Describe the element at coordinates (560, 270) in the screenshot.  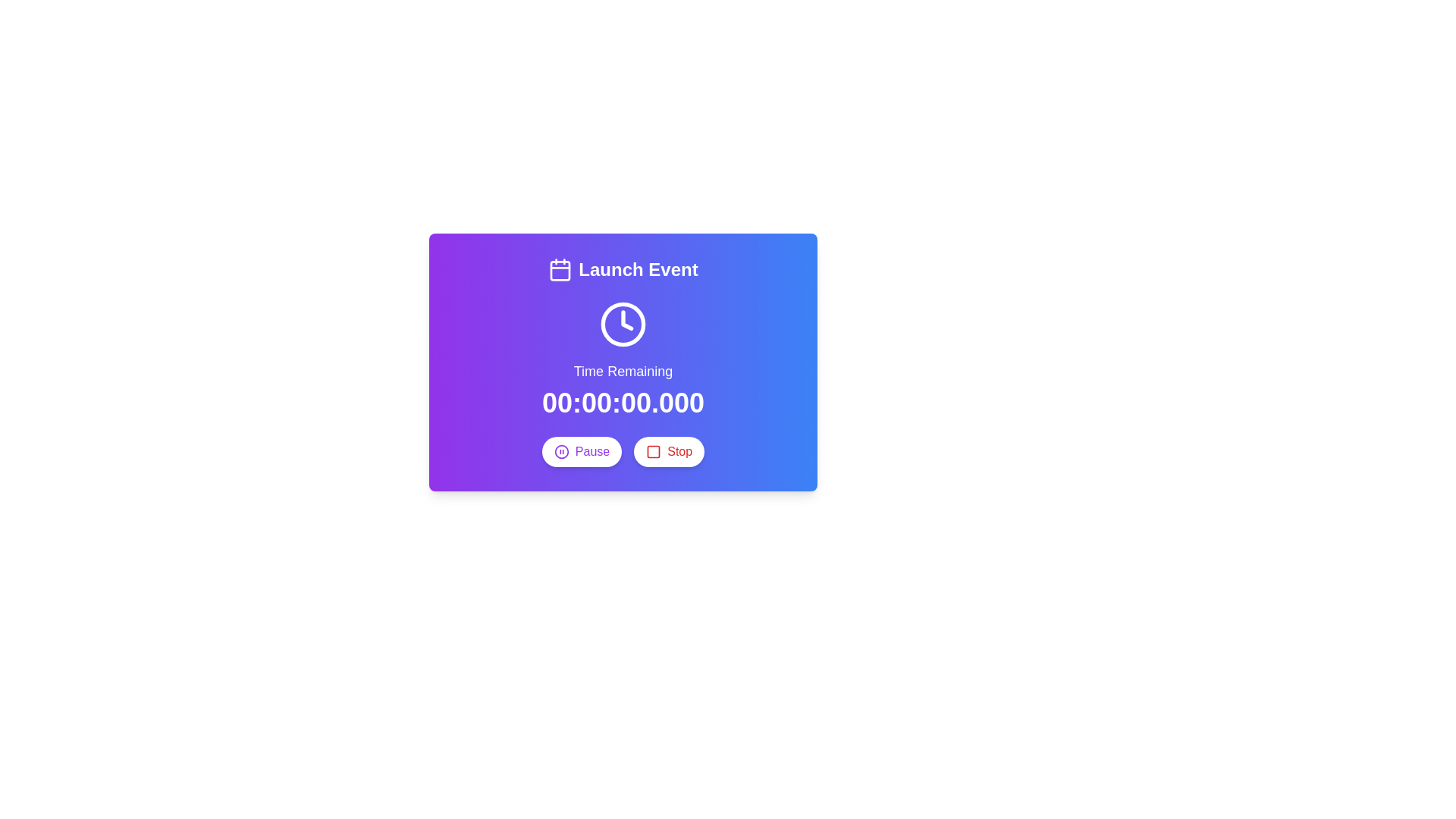
I see `the square-shaped element with rounded corners that has a solid purple background, located inside a calendar icon above the text 'Launch Event'` at that location.